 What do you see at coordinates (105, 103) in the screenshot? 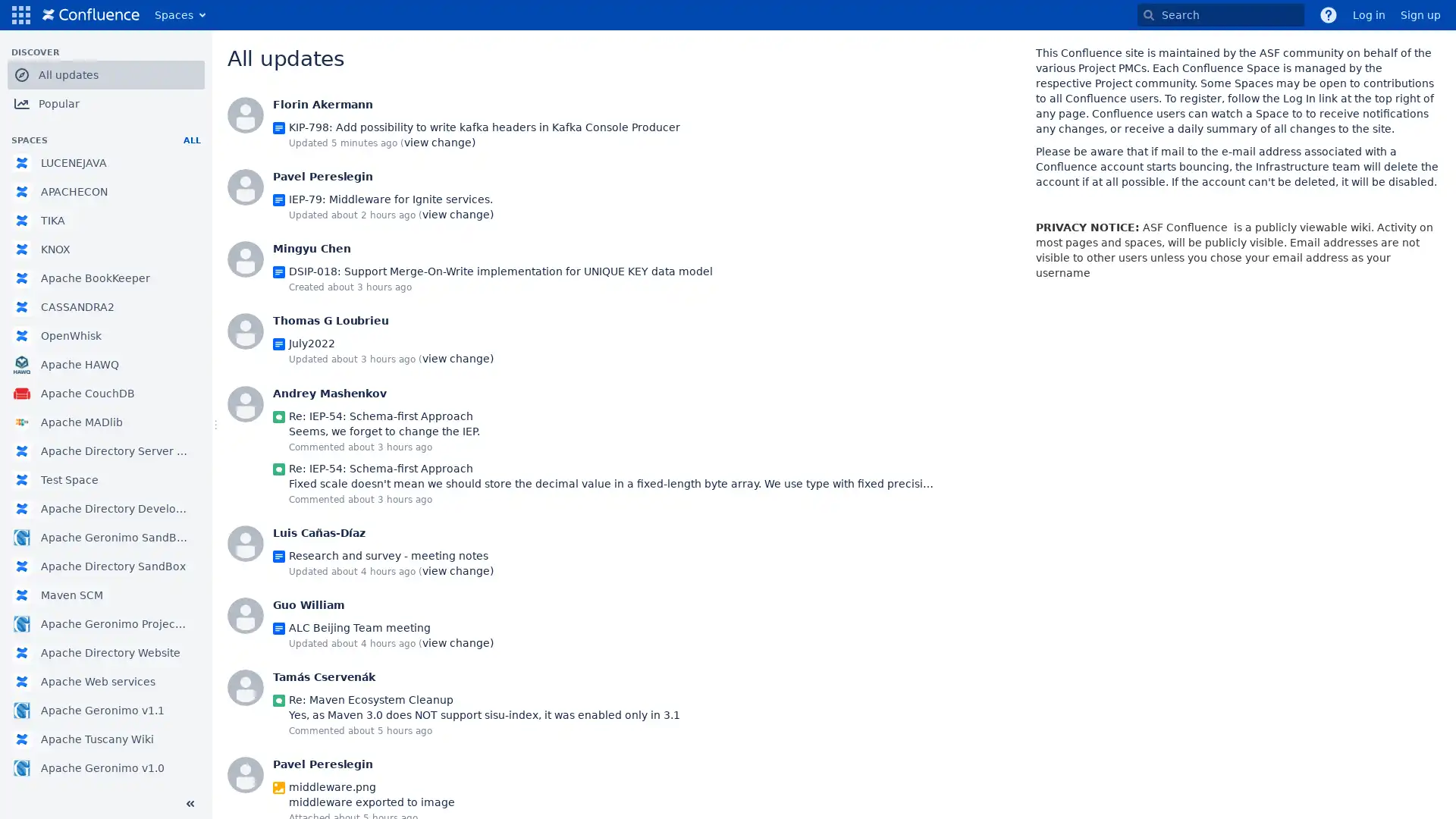
I see `Popular` at bounding box center [105, 103].